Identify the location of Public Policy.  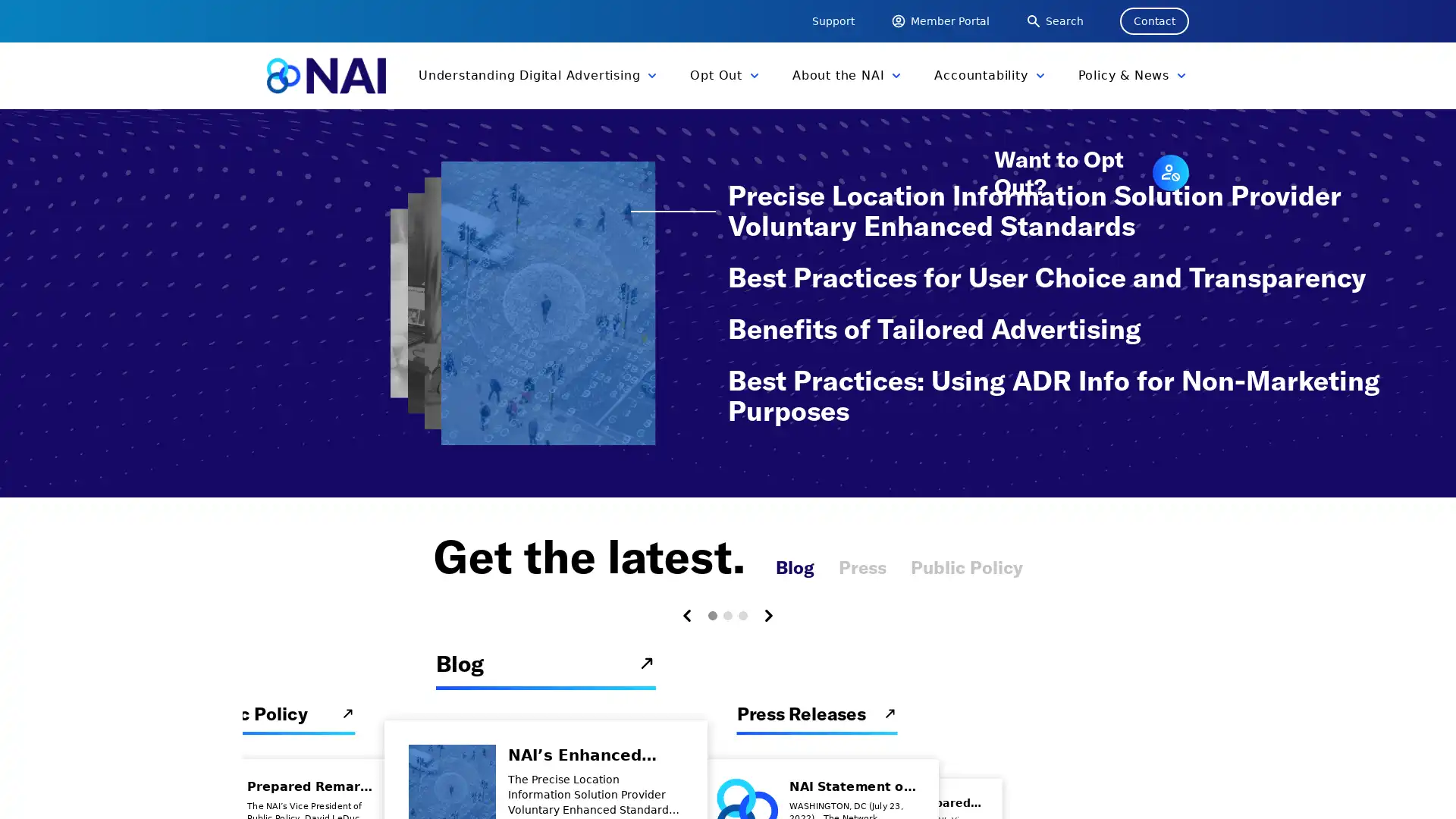
(965, 567).